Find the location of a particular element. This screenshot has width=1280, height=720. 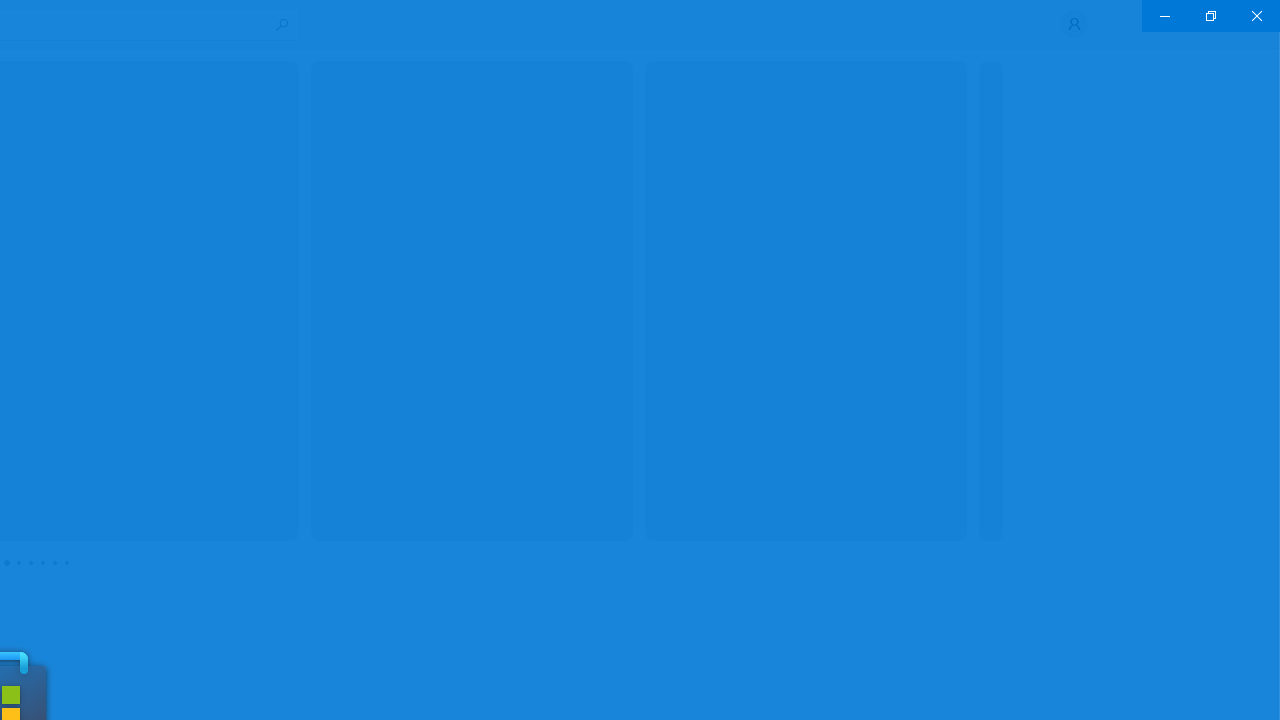

'Pager' is located at coordinates (37, 563).